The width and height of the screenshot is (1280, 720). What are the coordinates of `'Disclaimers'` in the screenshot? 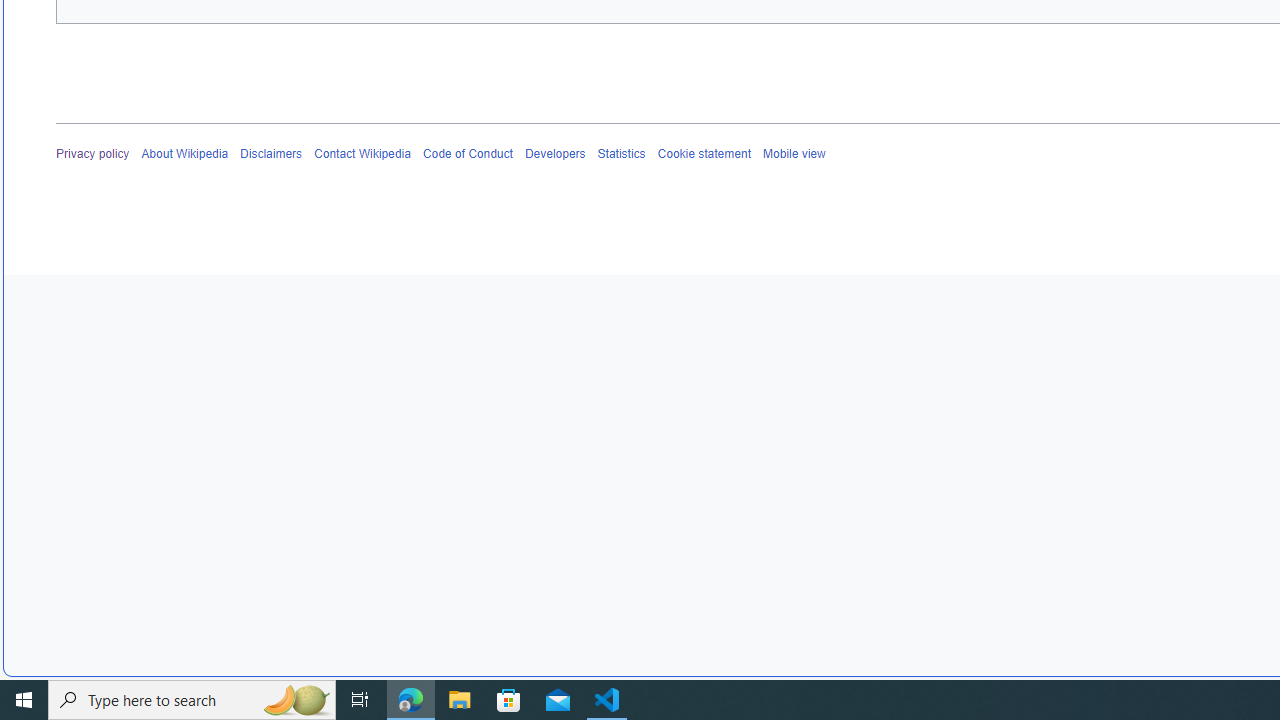 It's located at (271, 153).